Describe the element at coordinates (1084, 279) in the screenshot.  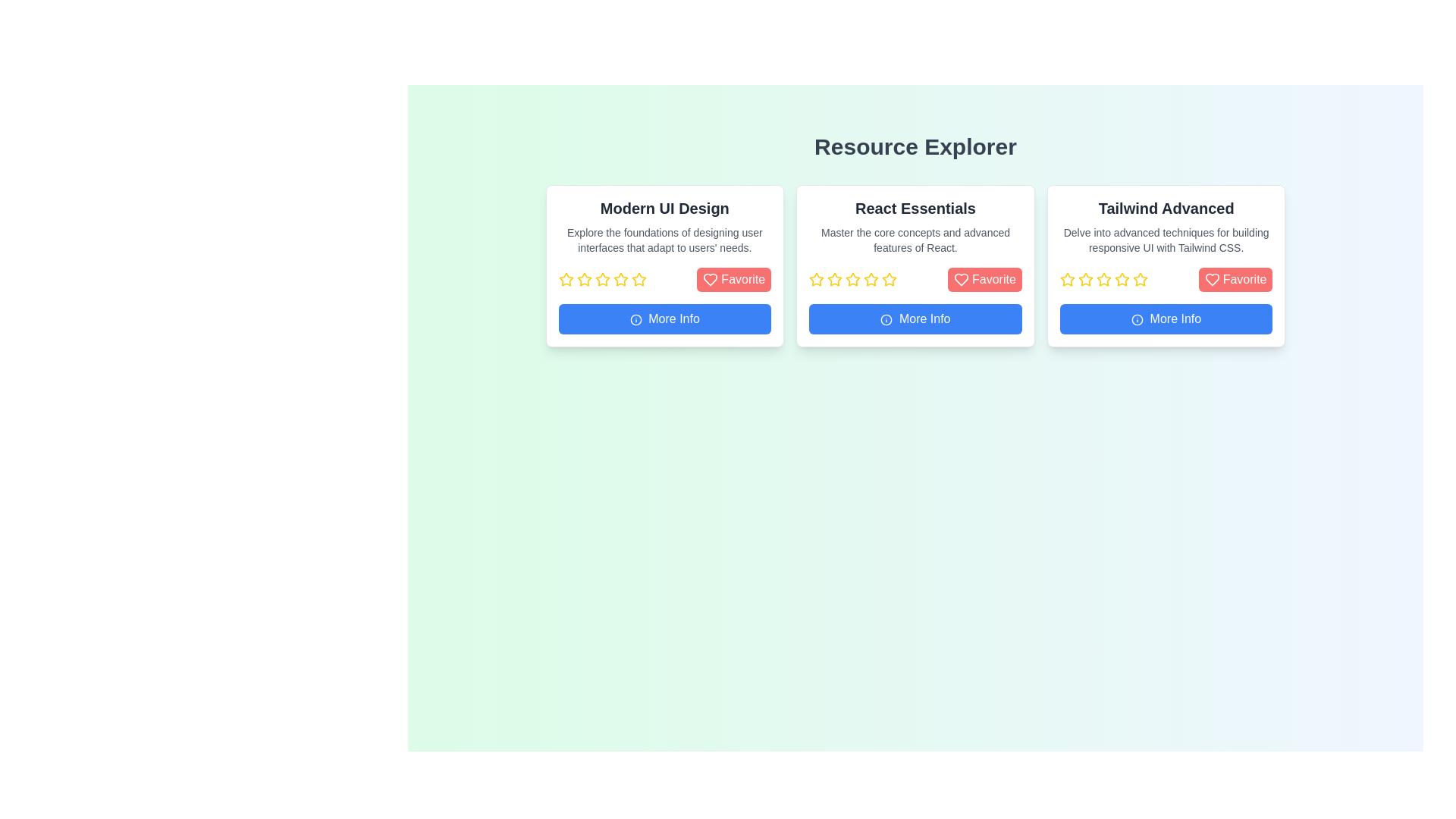
I see `the yellow star icon with a hollow center, which is the second star from the left in the rating section of the 'Tailwind Advanced' card` at that location.